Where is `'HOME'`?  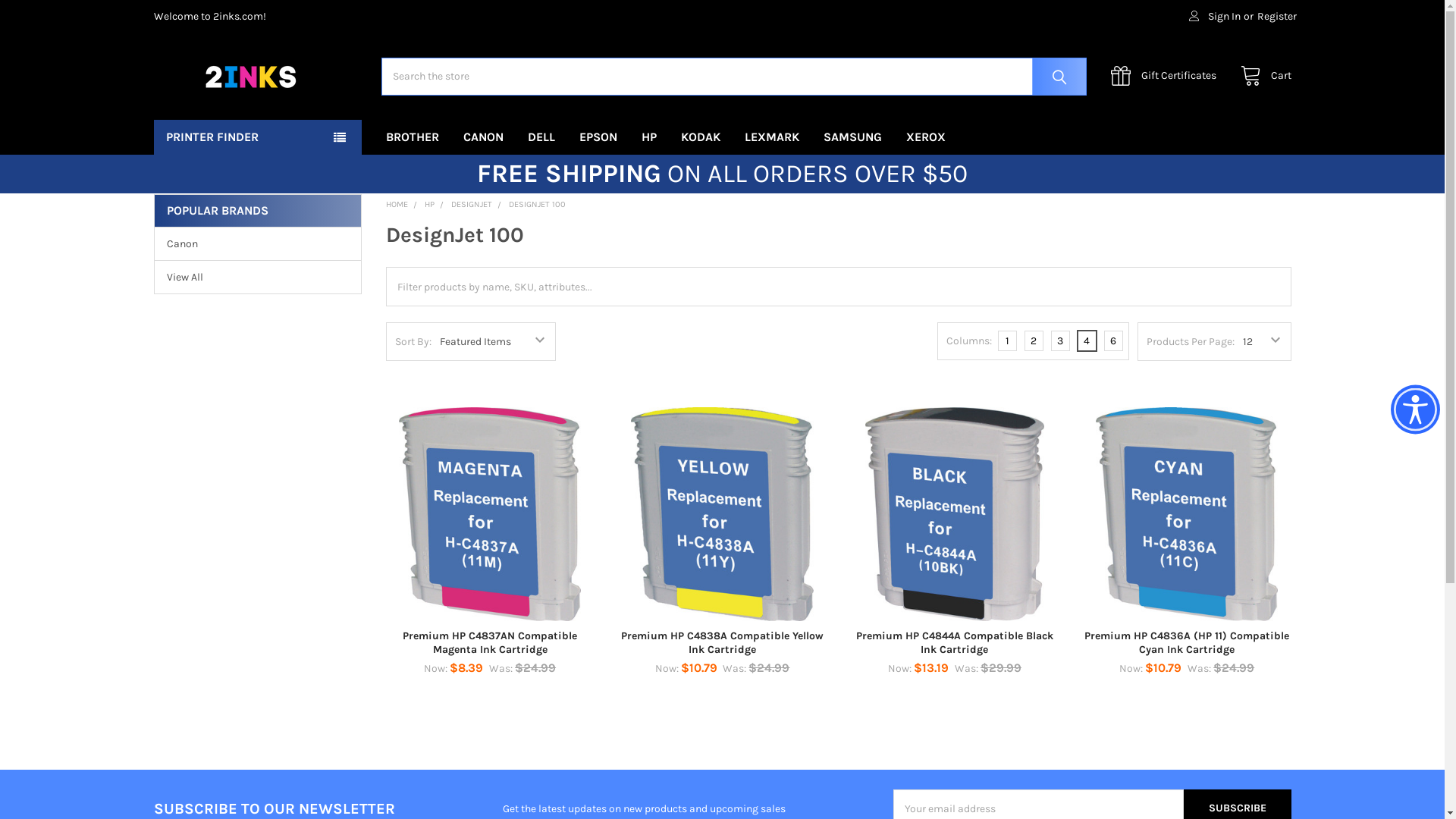 'HOME' is located at coordinates (385, 203).